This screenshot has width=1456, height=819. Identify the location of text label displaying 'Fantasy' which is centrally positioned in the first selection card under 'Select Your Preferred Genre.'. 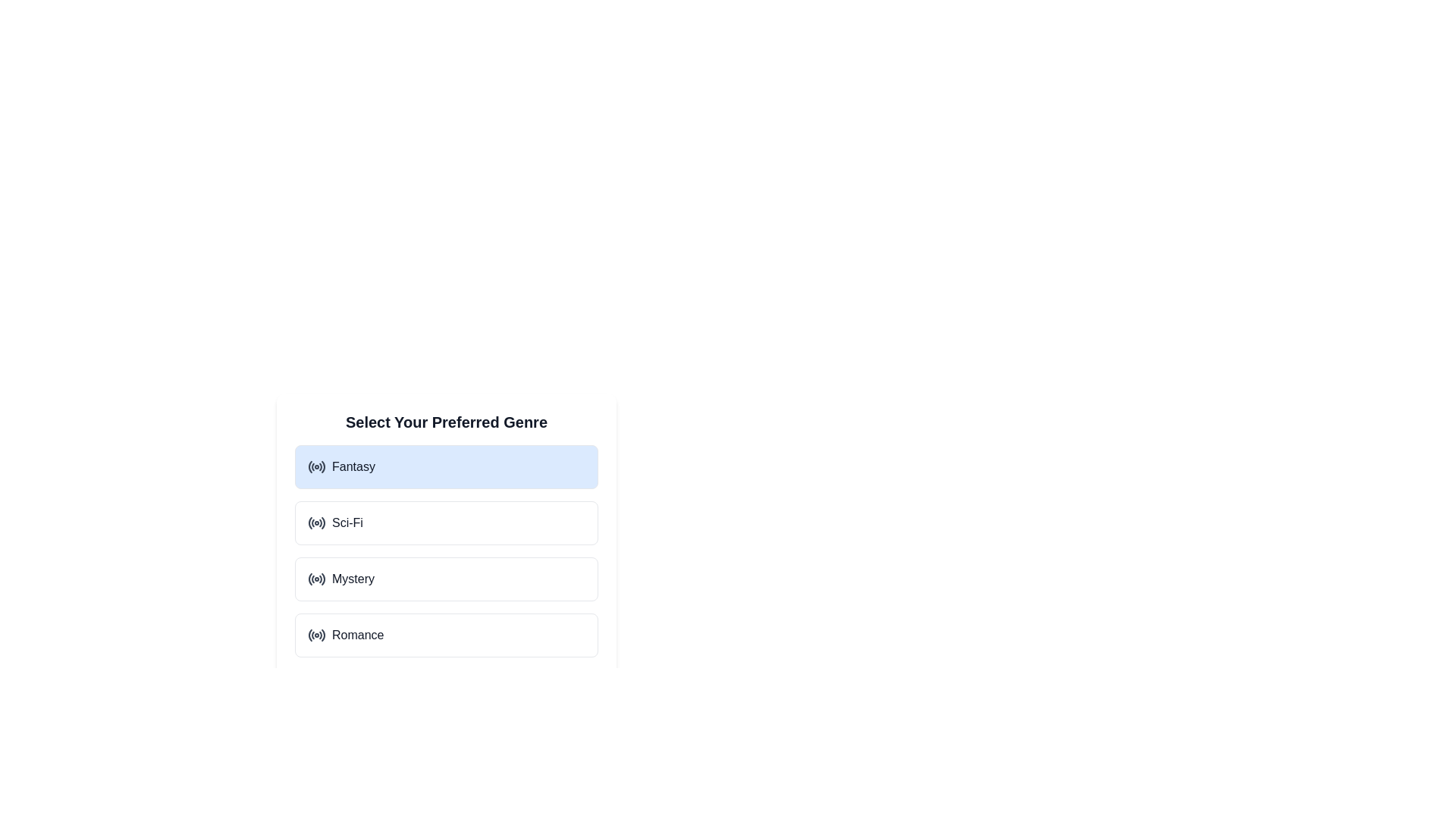
(353, 466).